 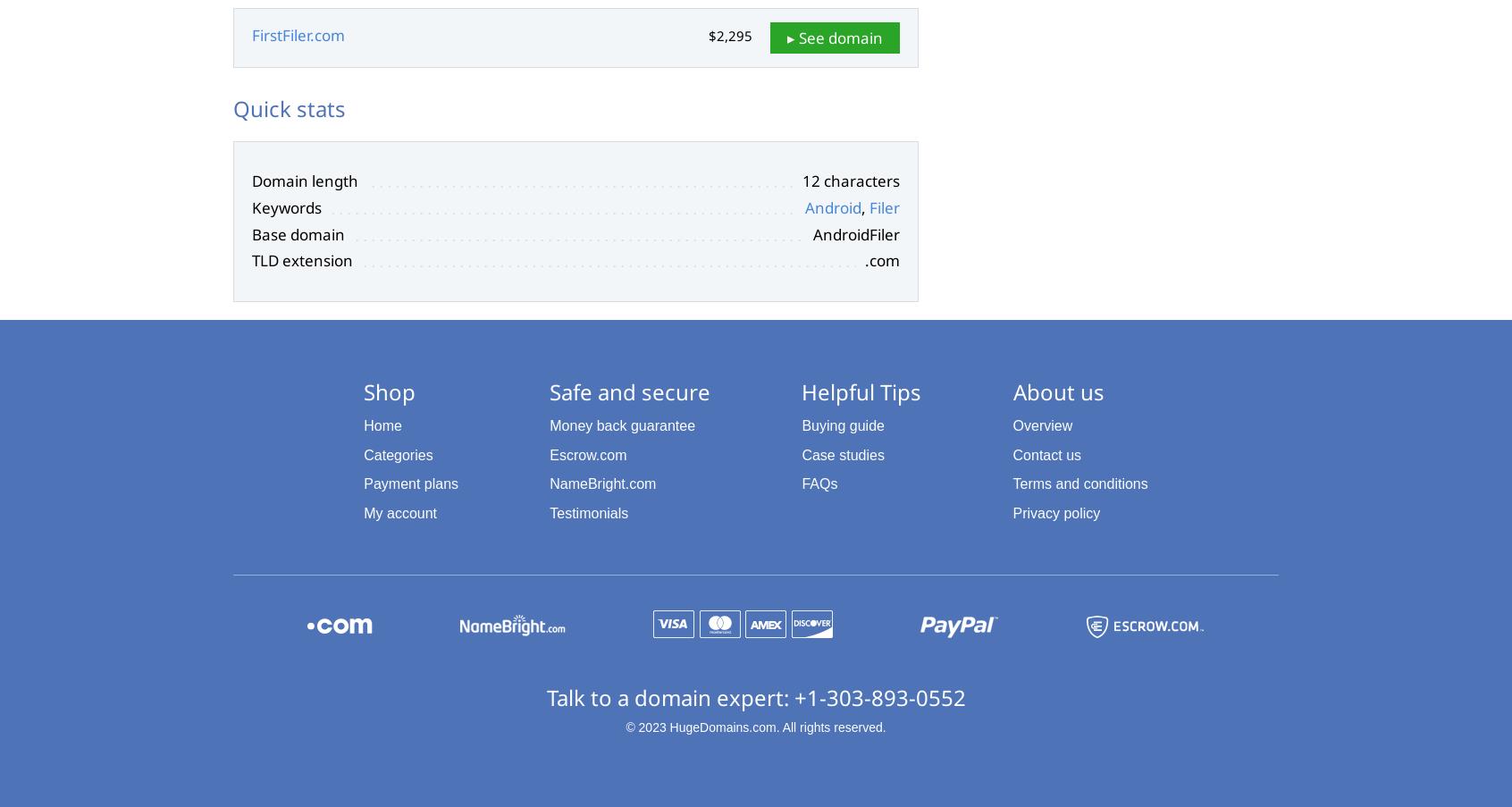 What do you see at coordinates (865, 206) in the screenshot?
I see `','` at bounding box center [865, 206].